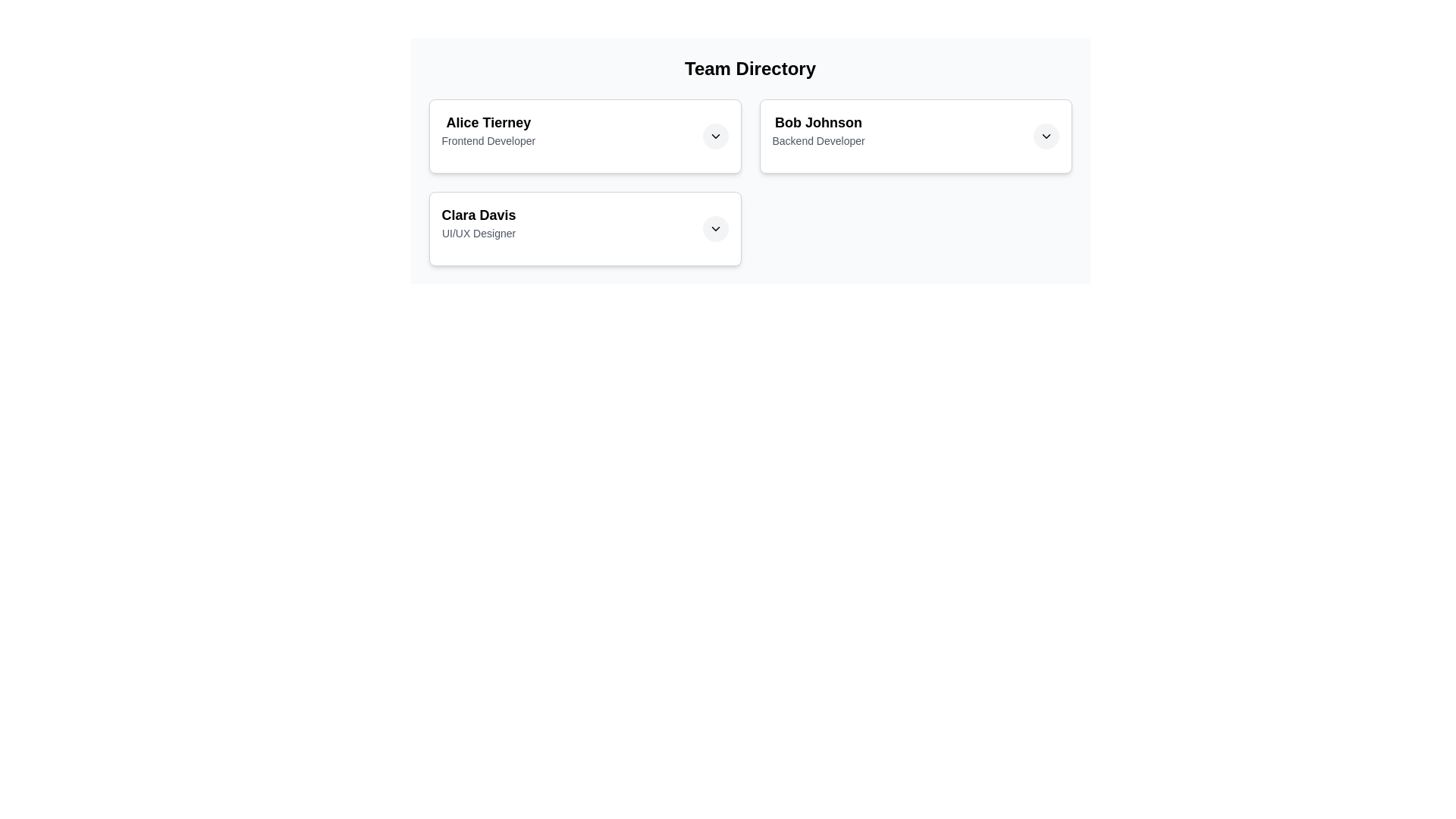 The width and height of the screenshot is (1456, 819). Describe the element at coordinates (817, 140) in the screenshot. I see `the Text label indicating the role or position of 'Bob Johnson', located directly below the 'Bob Johnson' text in the right-hand card of the 'Team Directory'` at that location.